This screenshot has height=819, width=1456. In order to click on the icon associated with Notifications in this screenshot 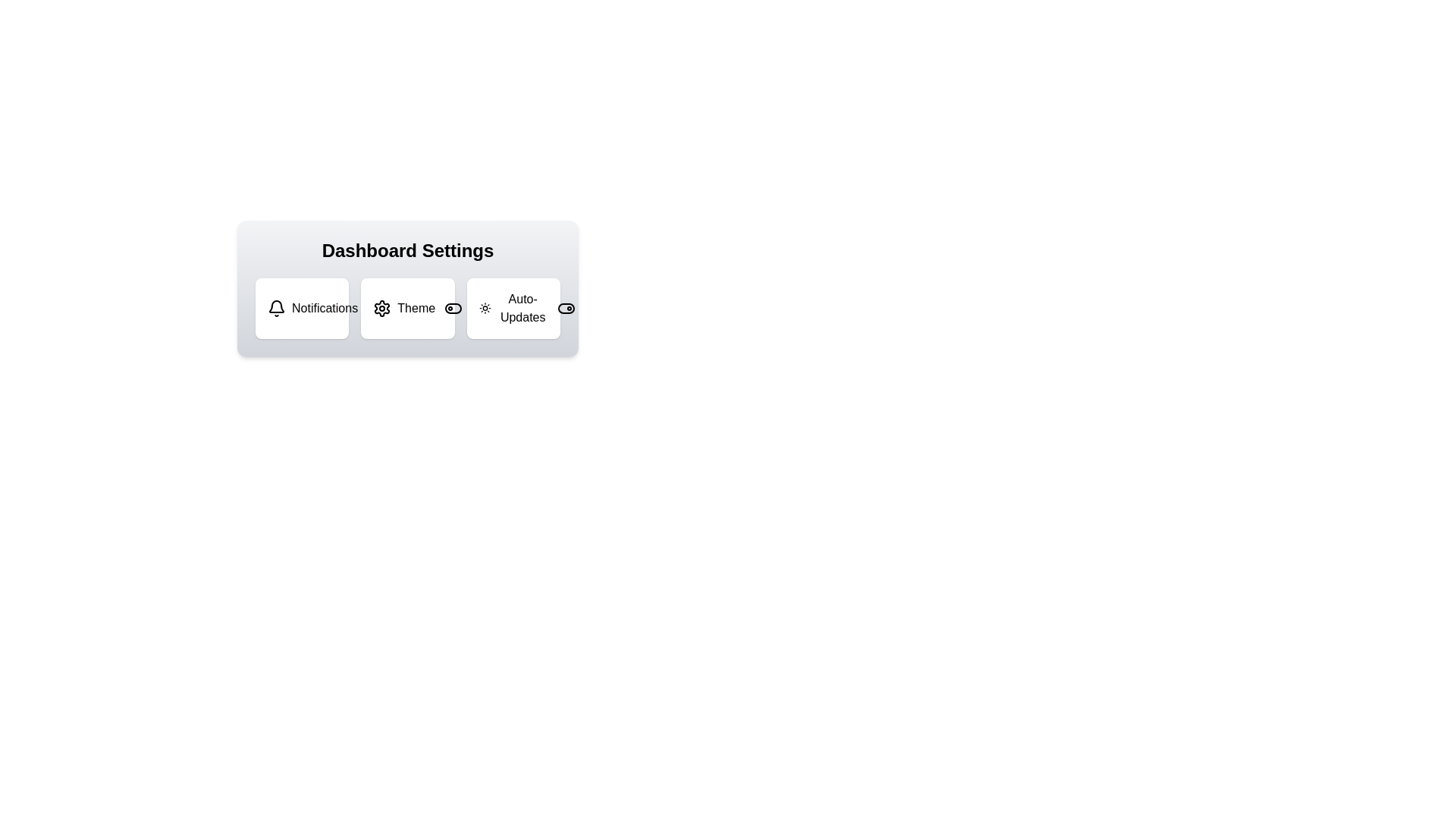, I will do `click(276, 308)`.